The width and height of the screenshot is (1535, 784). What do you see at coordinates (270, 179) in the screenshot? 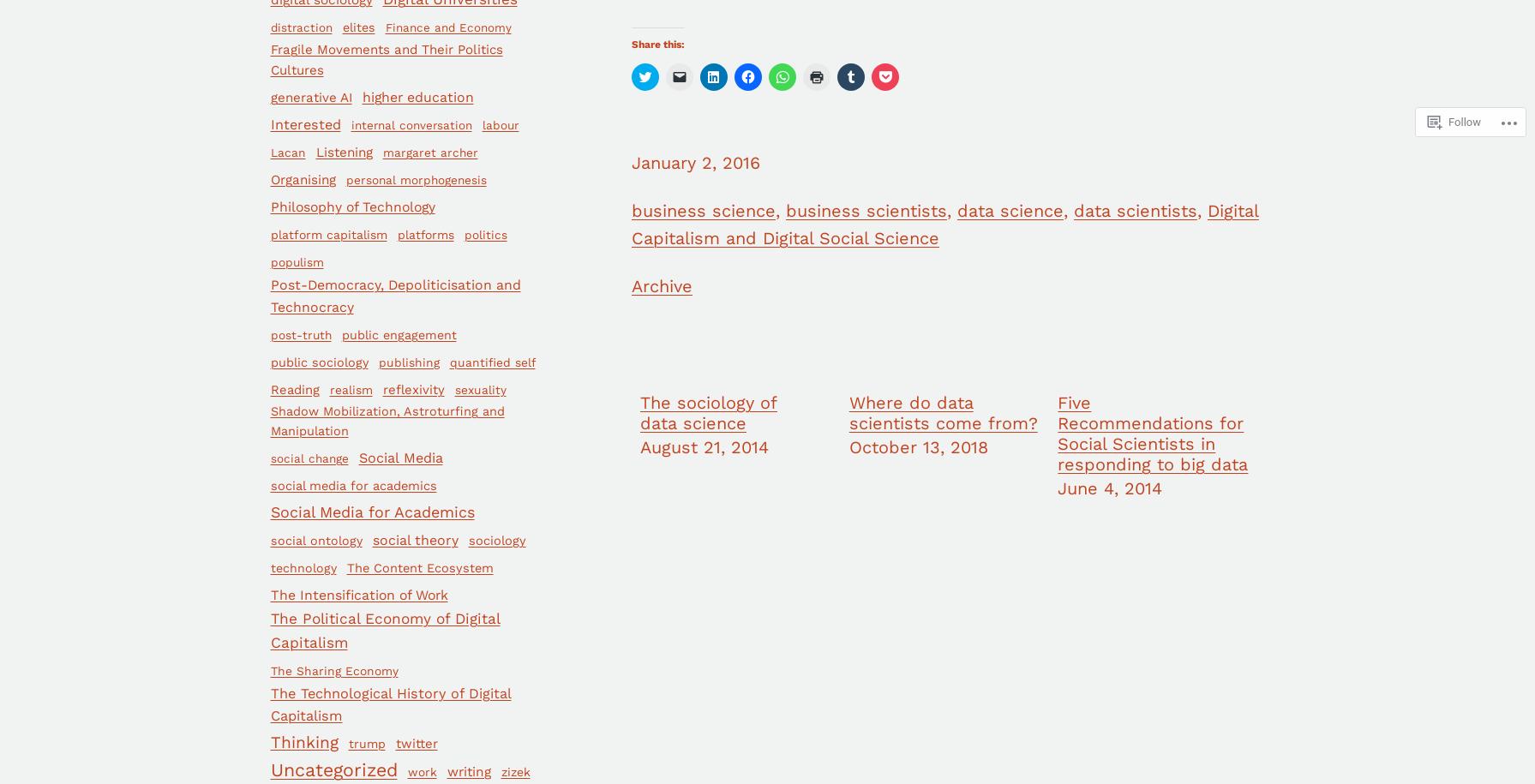
I see `'Organising'` at bounding box center [270, 179].